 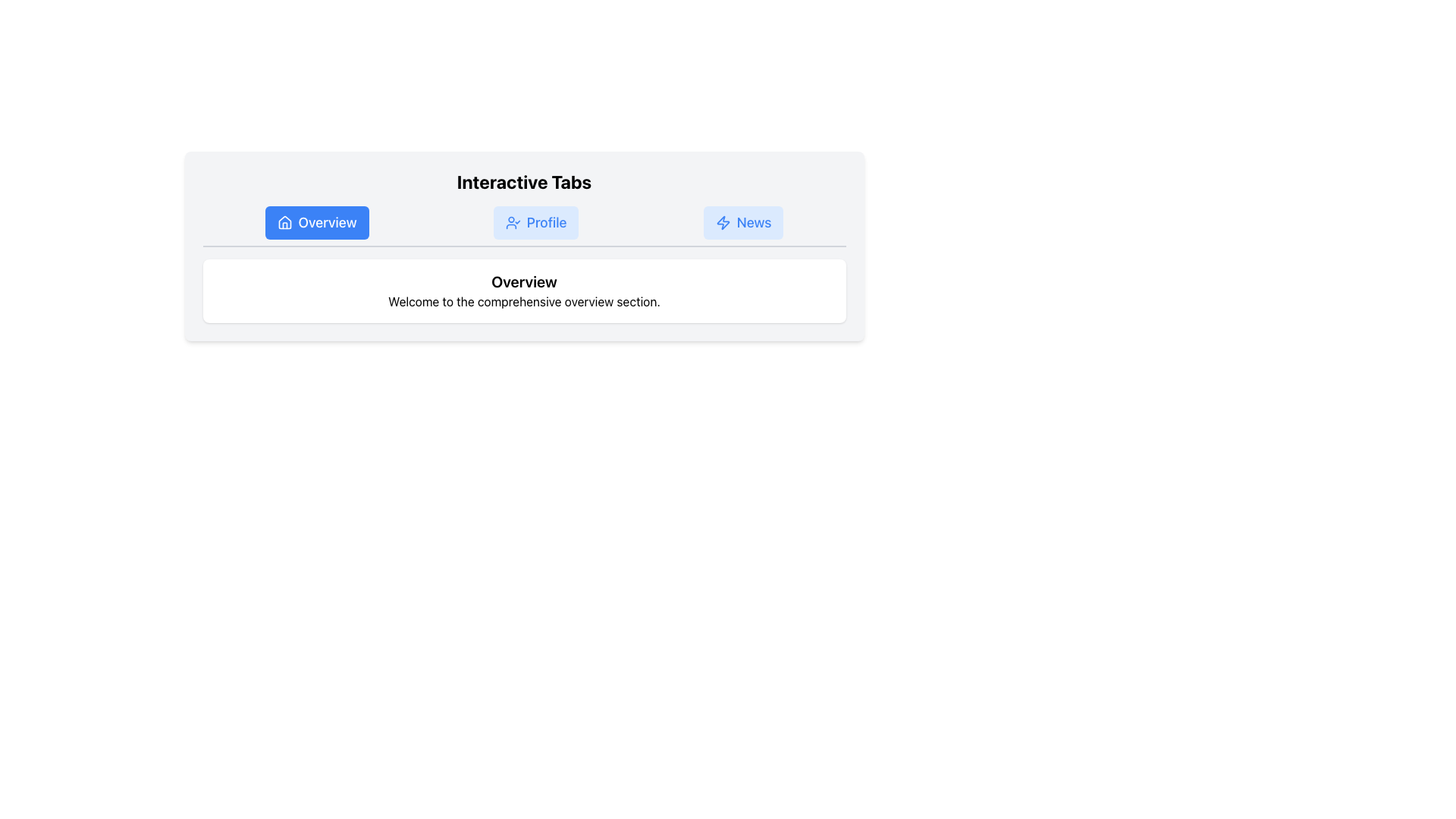 What do you see at coordinates (536, 222) in the screenshot?
I see `the 'Profile' navigation button located between the 'Overview' and 'News' buttons` at bounding box center [536, 222].